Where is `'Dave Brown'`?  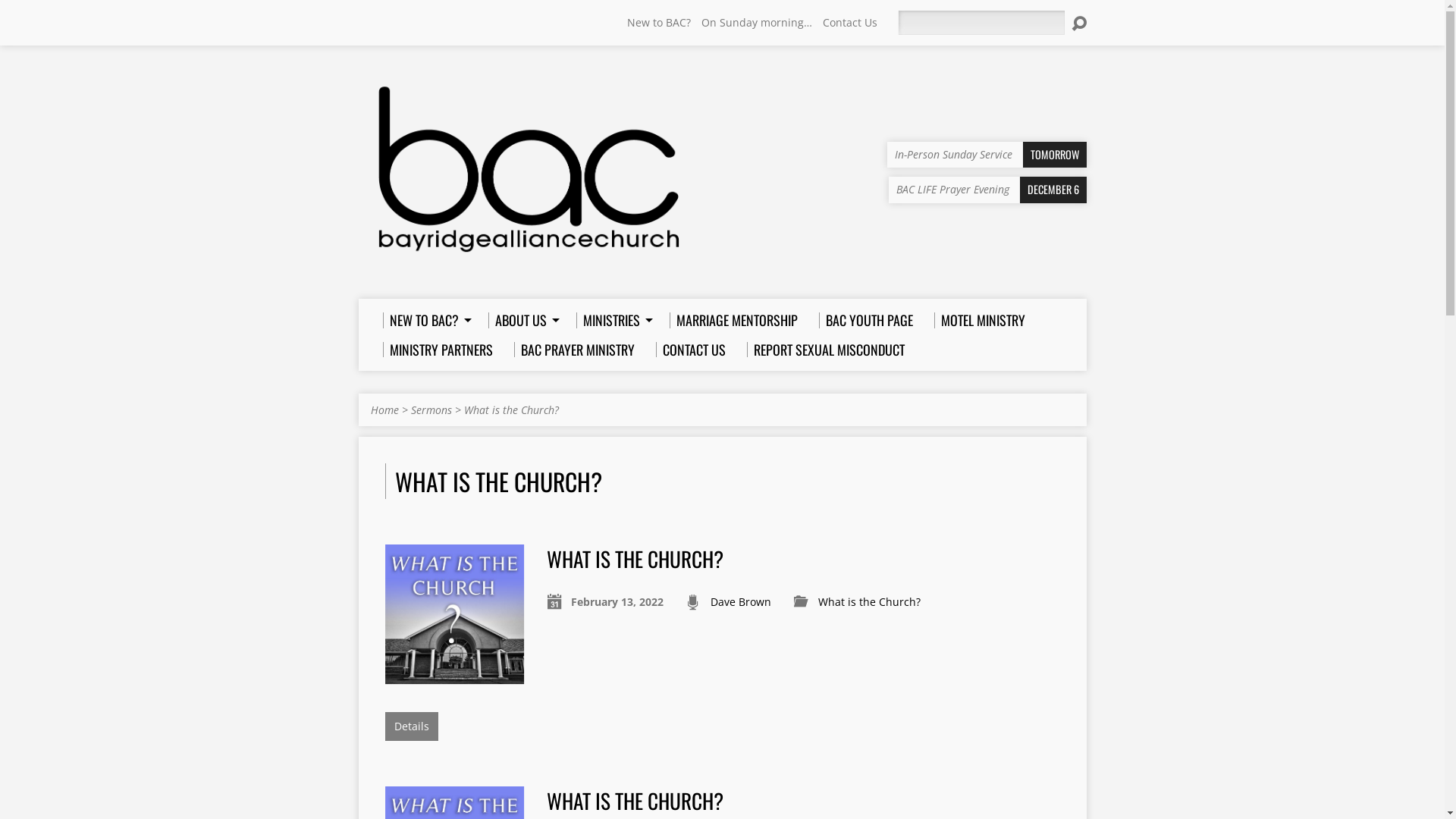
'Dave Brown' is located at coordinates (741, 601).